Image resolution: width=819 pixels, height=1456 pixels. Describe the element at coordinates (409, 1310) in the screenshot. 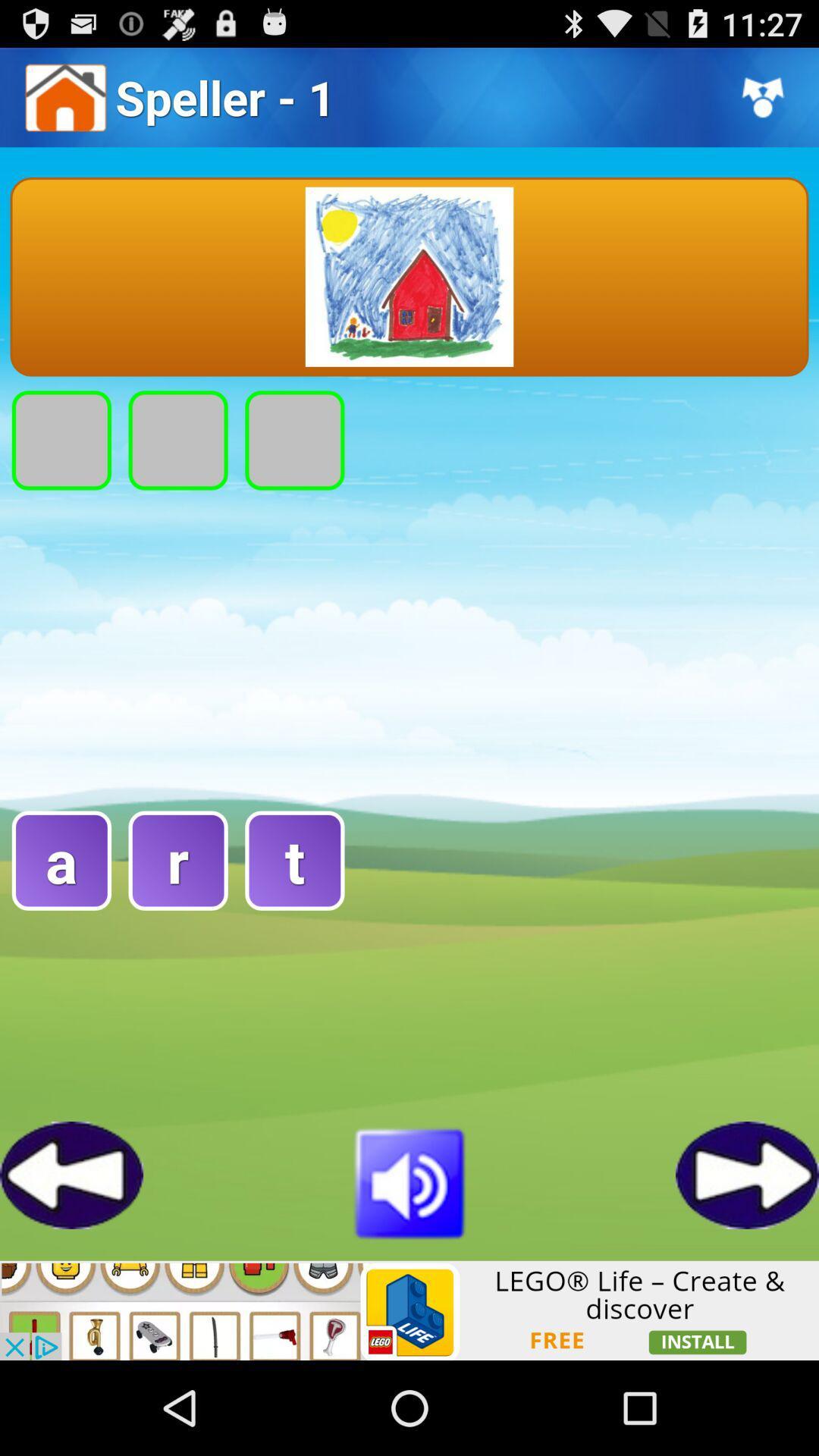

I see `advertisement` at that location.